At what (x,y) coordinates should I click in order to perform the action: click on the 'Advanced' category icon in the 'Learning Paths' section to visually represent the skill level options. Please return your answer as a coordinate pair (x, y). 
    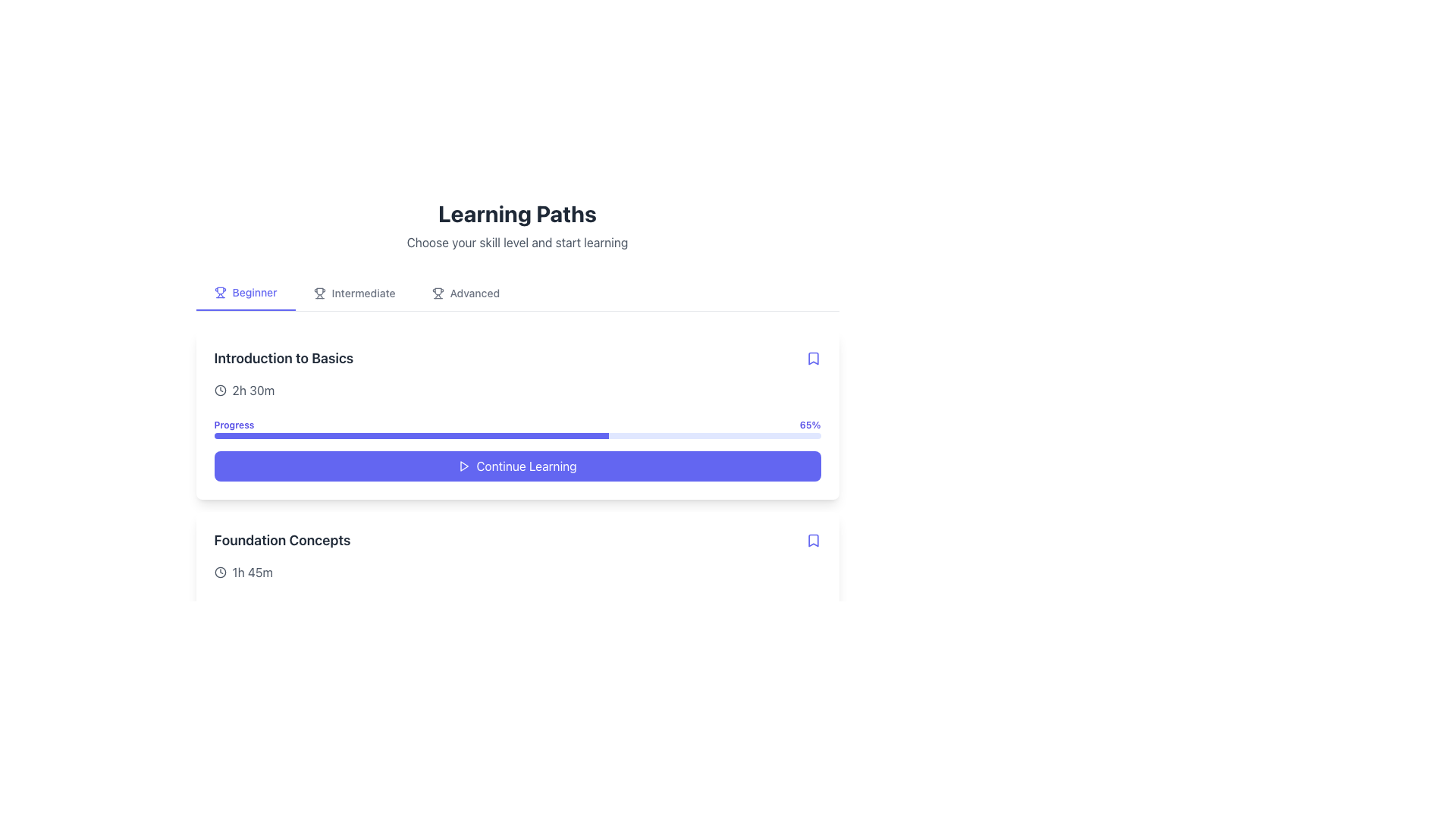
    Looking at the image, I should click on (437, 291).